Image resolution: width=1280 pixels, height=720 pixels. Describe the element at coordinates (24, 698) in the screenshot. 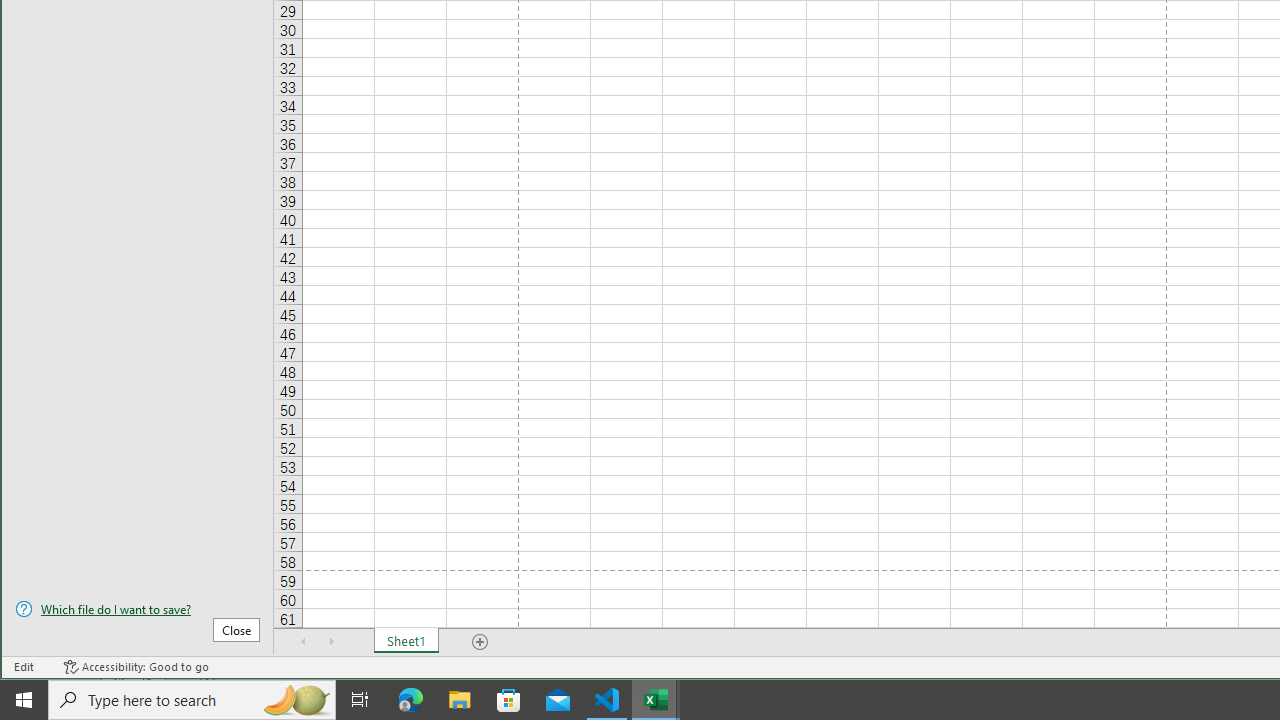

I see `'Start'` at that location.